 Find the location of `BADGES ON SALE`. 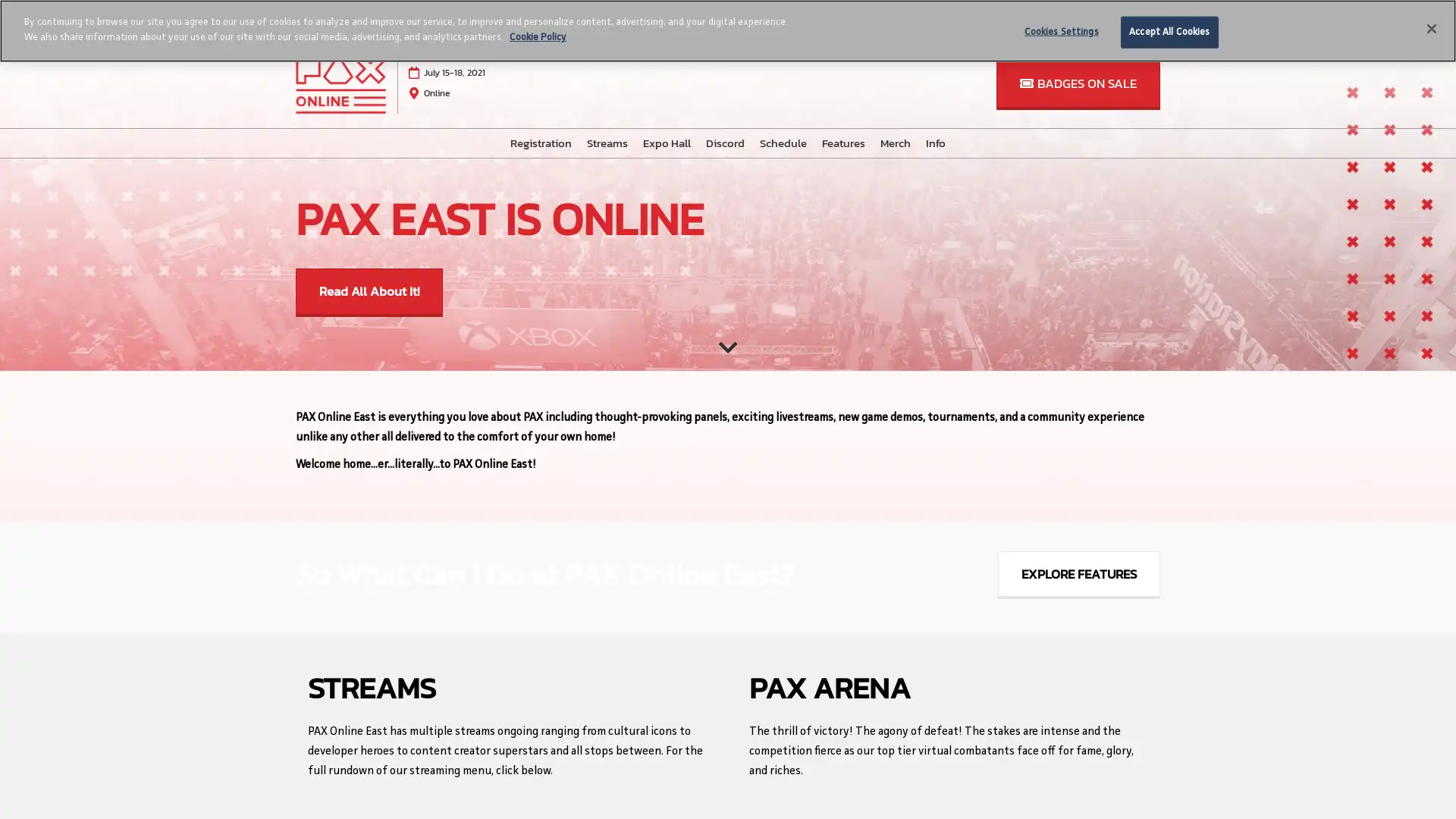

BADGES ON SALE is located at coordinates (1077, 83).